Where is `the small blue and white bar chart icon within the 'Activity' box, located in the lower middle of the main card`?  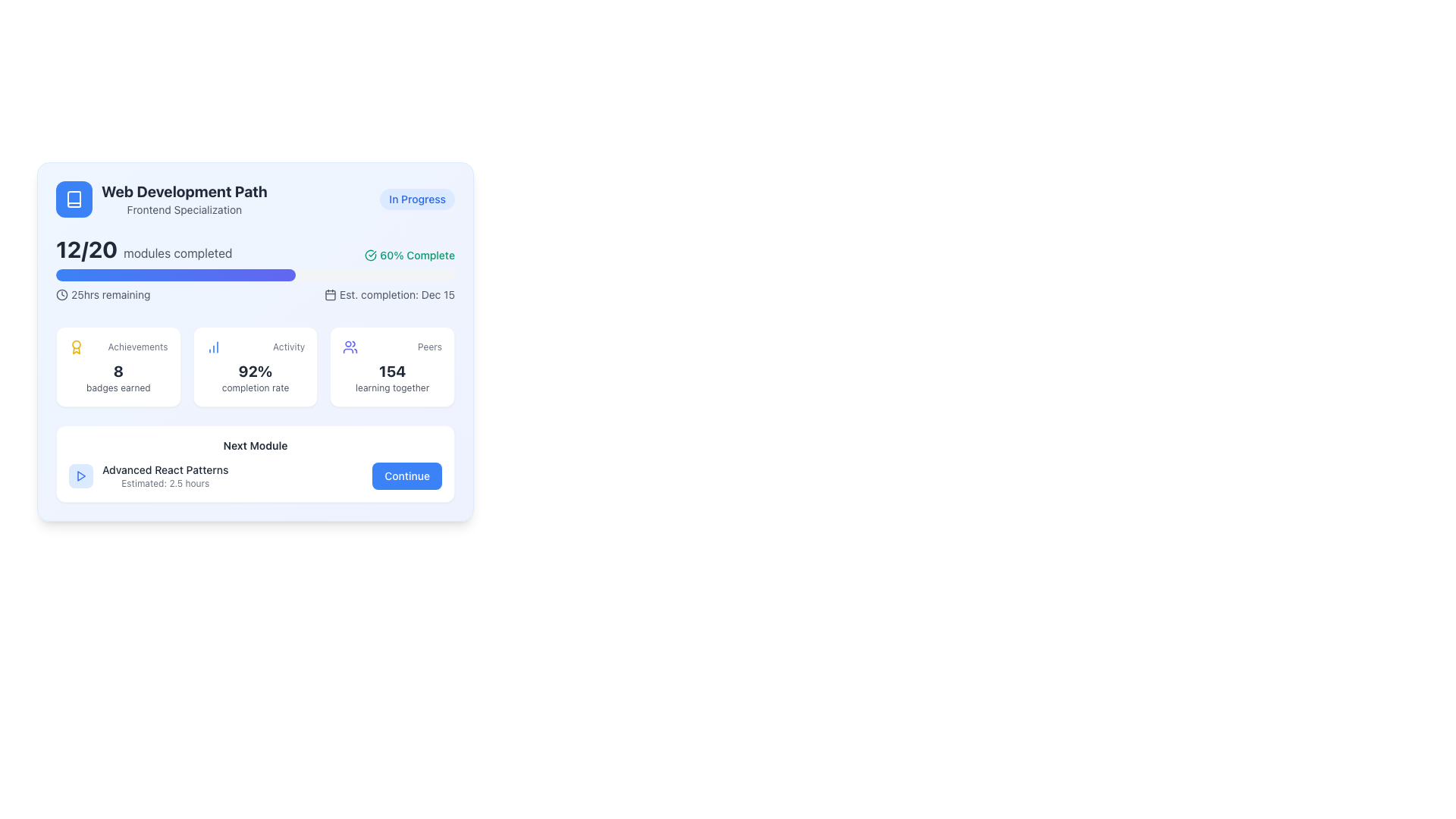 the small blue and white bar chart icon within the 'Activity' box, located in the lower middle of the main card is located at coordinates (212, 347).